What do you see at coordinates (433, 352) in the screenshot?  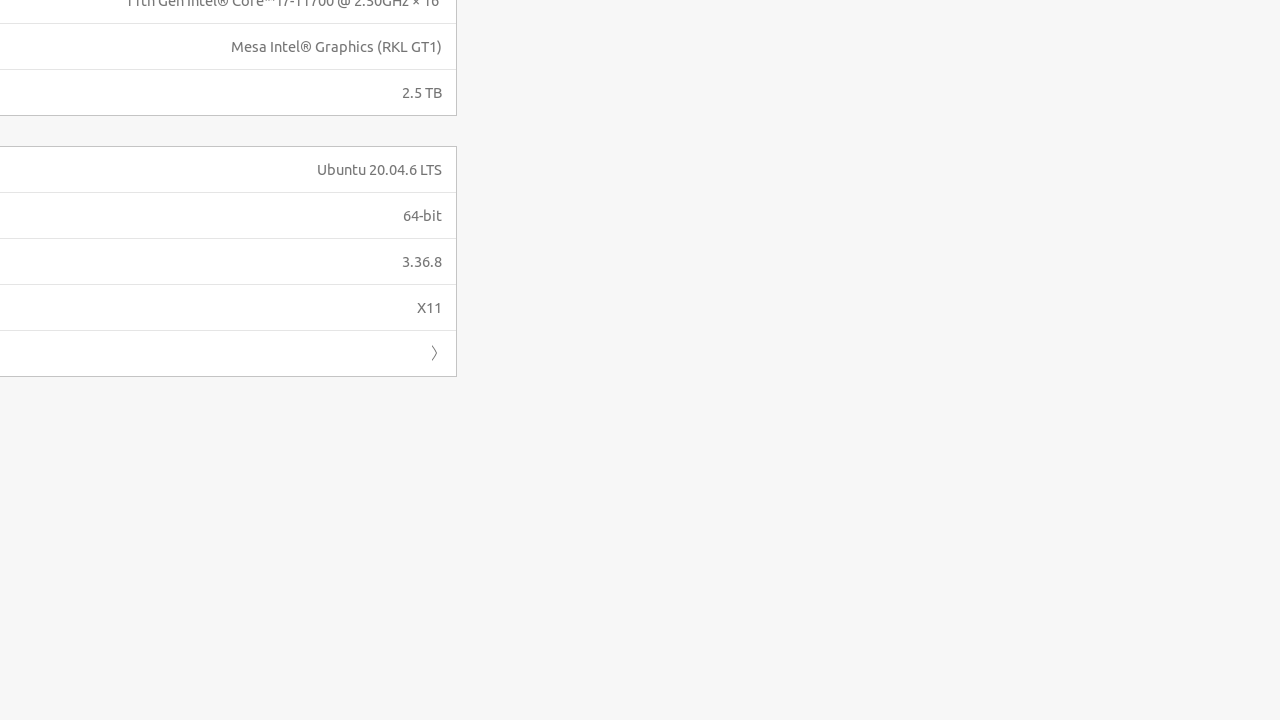 I see `'Forward'` at bounding box center [433, 352].